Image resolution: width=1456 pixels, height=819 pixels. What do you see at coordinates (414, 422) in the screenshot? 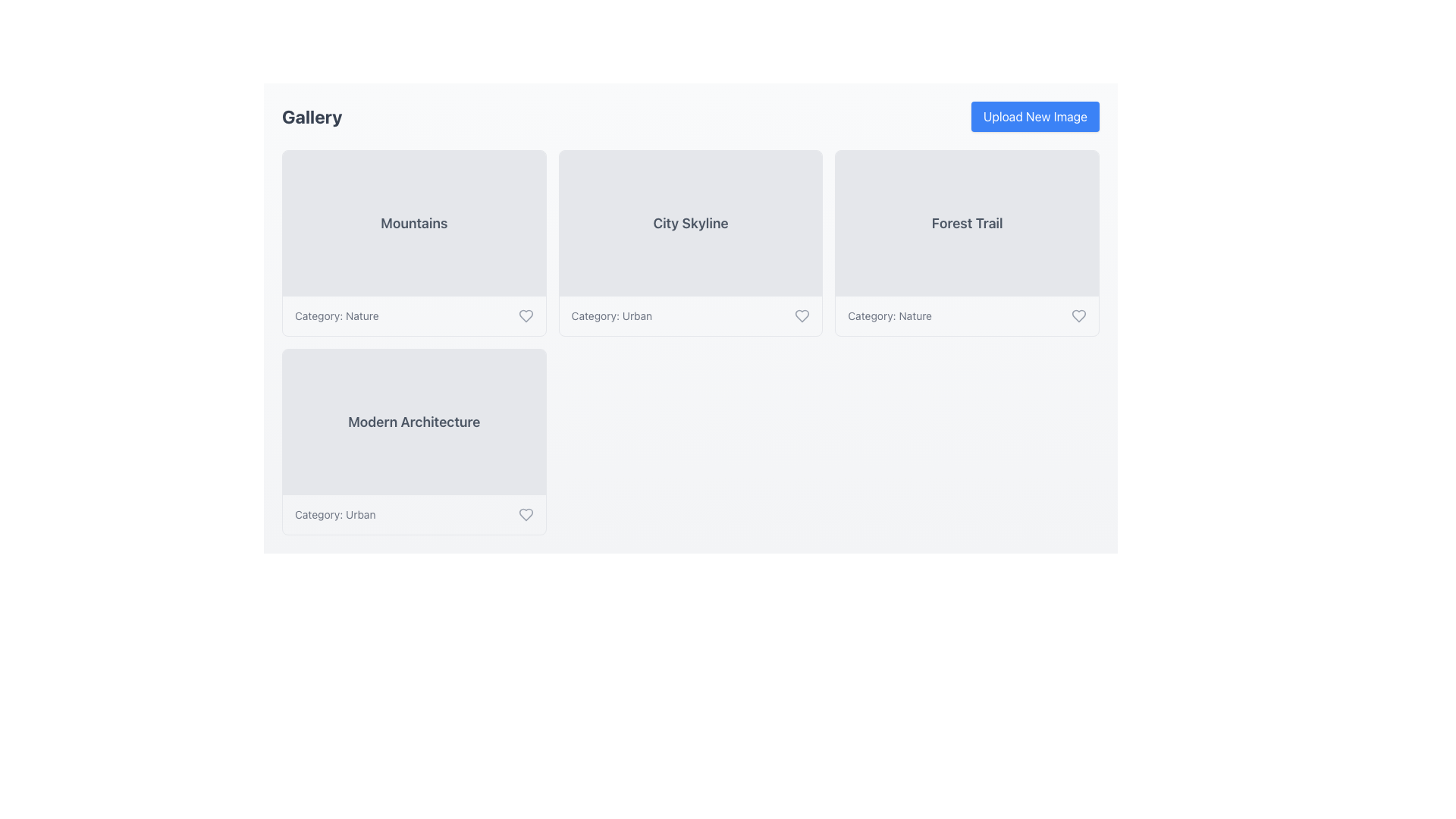
I see `the text label 'Modern Architecture' which is prominently displayed in bold gray font within the leftmost card of the second row in the grid of cards` at bounding box center [414, 422].